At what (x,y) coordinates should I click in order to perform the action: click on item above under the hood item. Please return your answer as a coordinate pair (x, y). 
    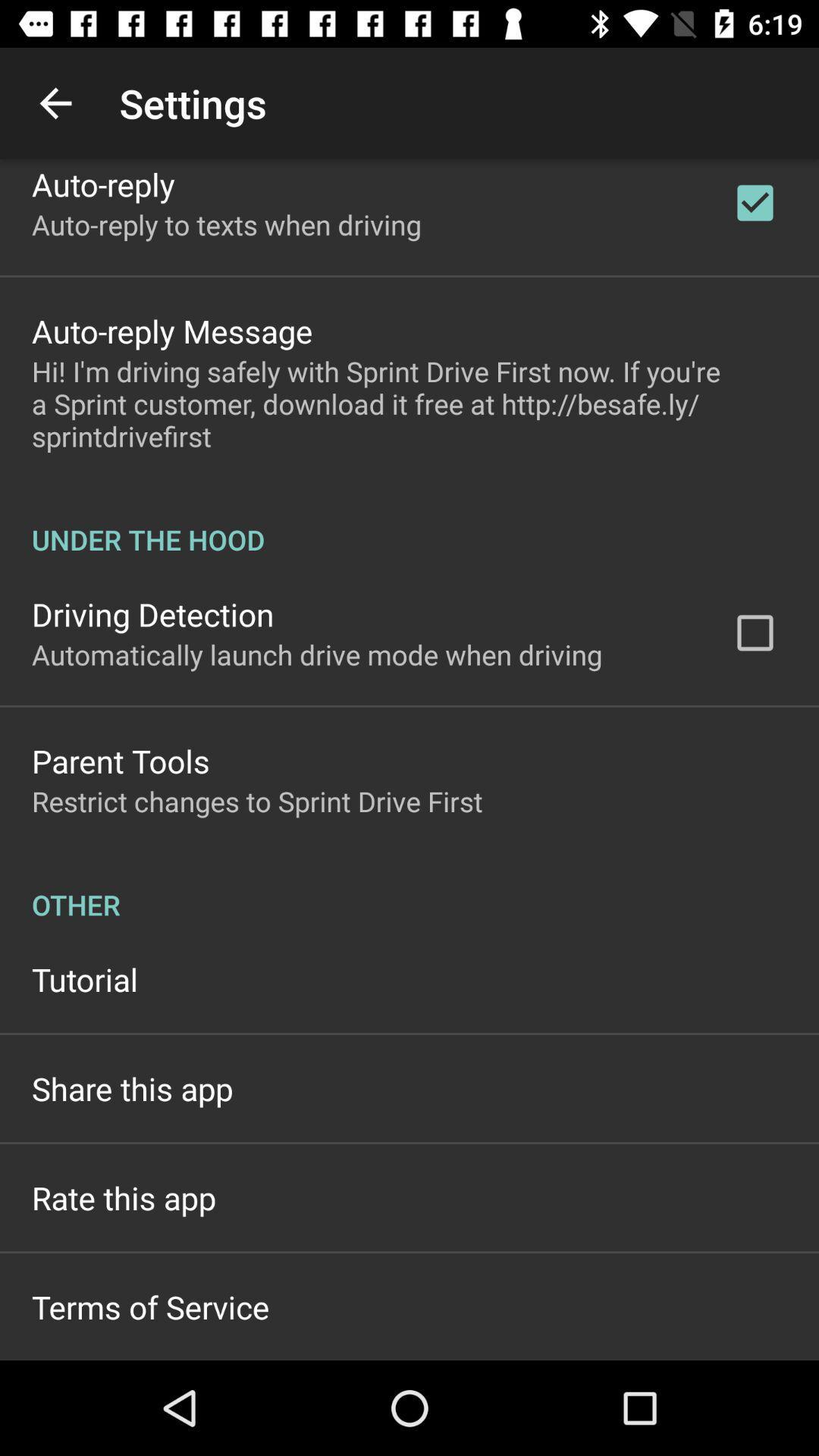
    Looking at the image, I should click on (409, 403).